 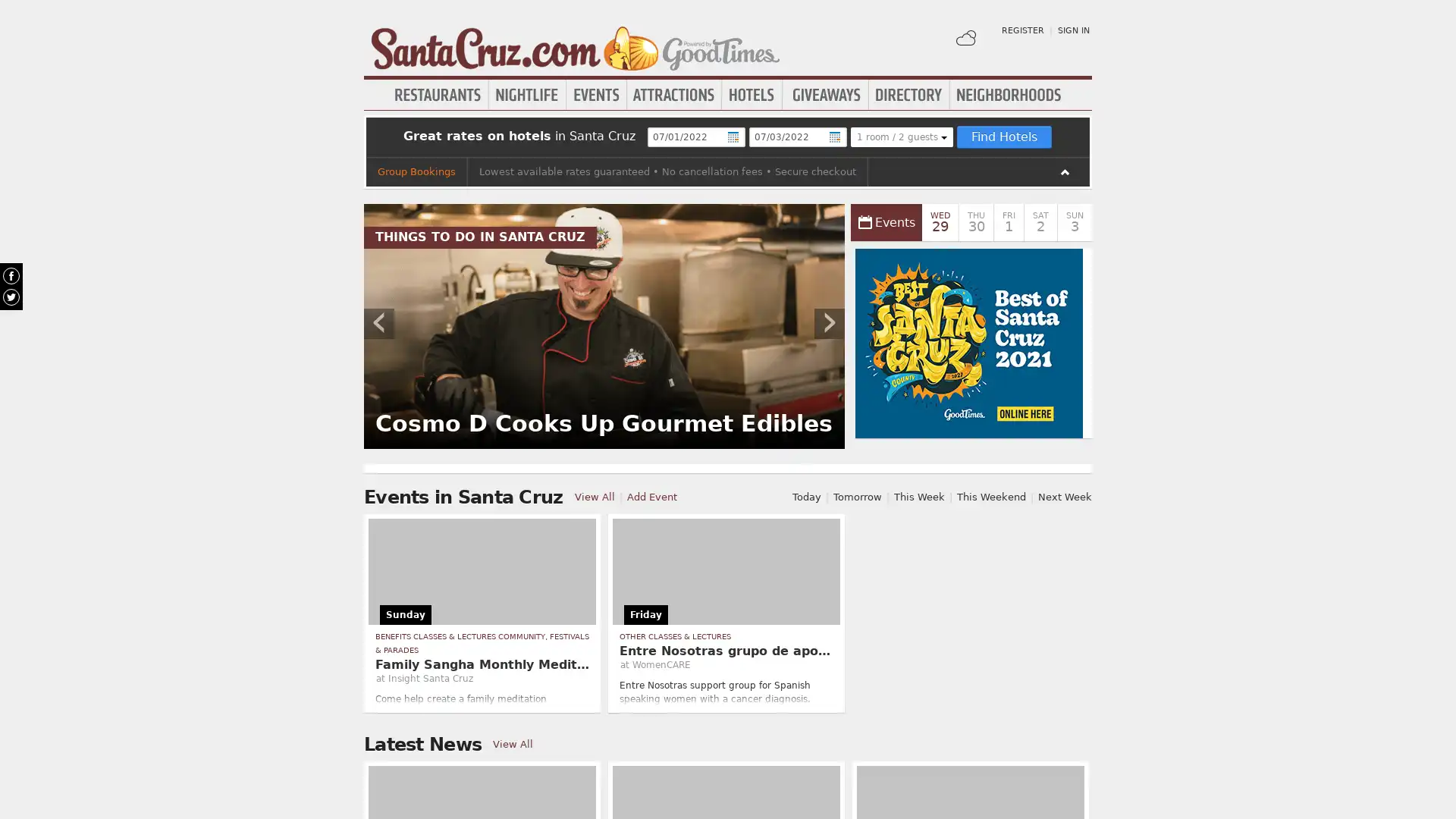 What do you see at coordinates (1003, 137) in the screenshot?
I see `Find Hotels` at bounding box center [1003, 137].